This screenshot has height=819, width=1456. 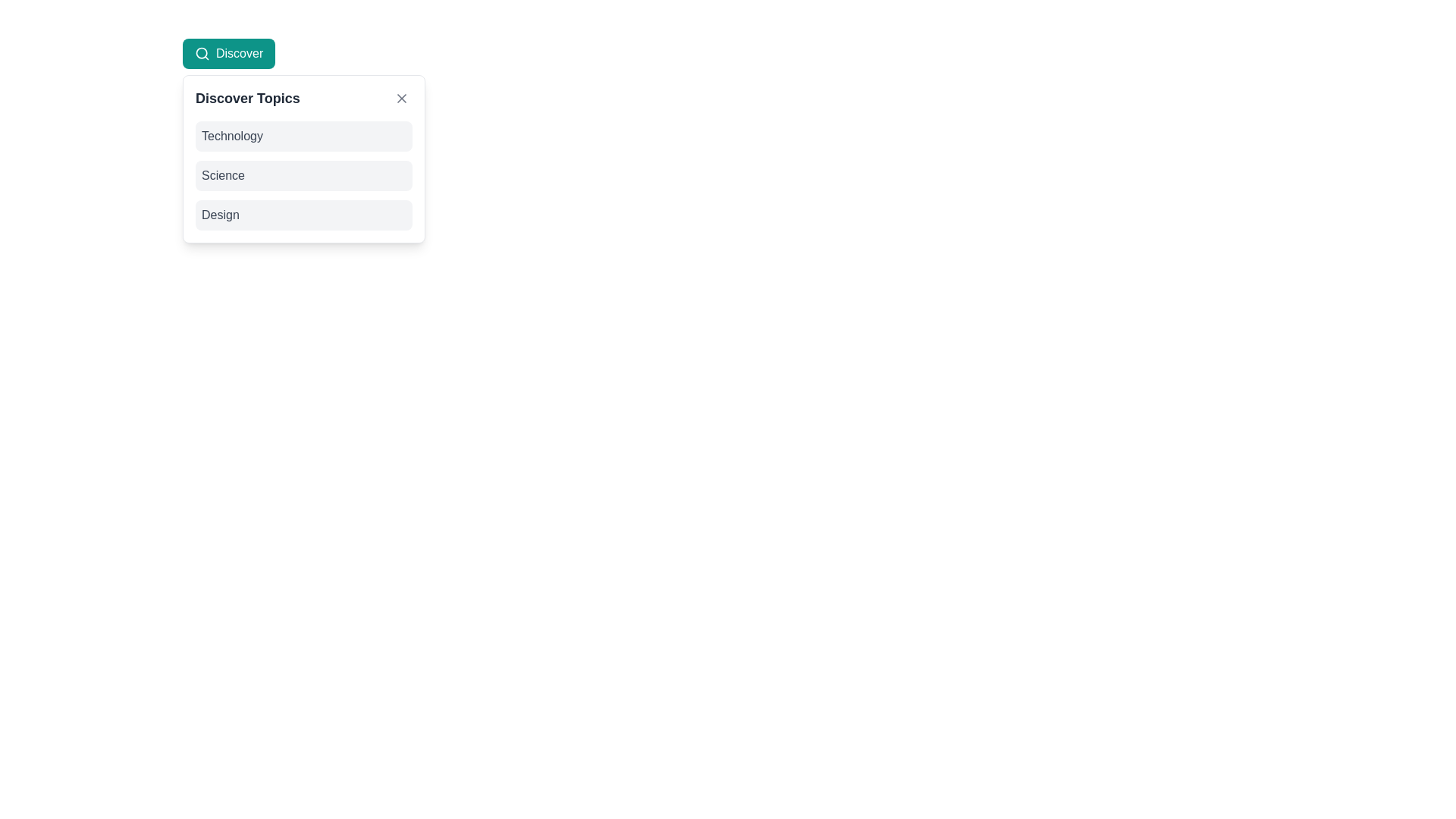 What do you see at coordinates (303, 158) in the screenshot?
I see `the 'Discover Topics' dropdown menu` at bounding box center [303, 158].